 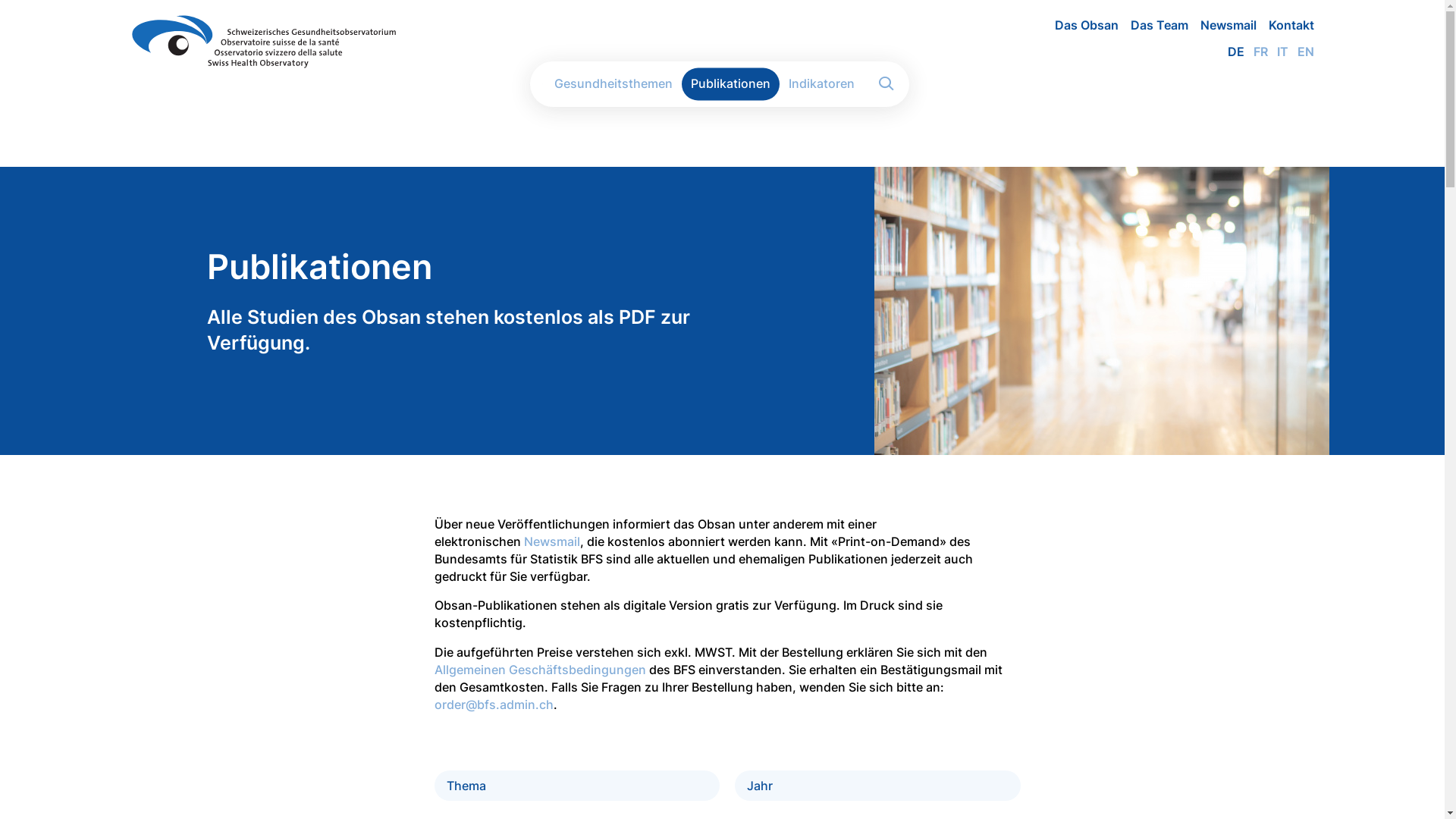 I want to click on 'EN', so click(x=1299, y=51).